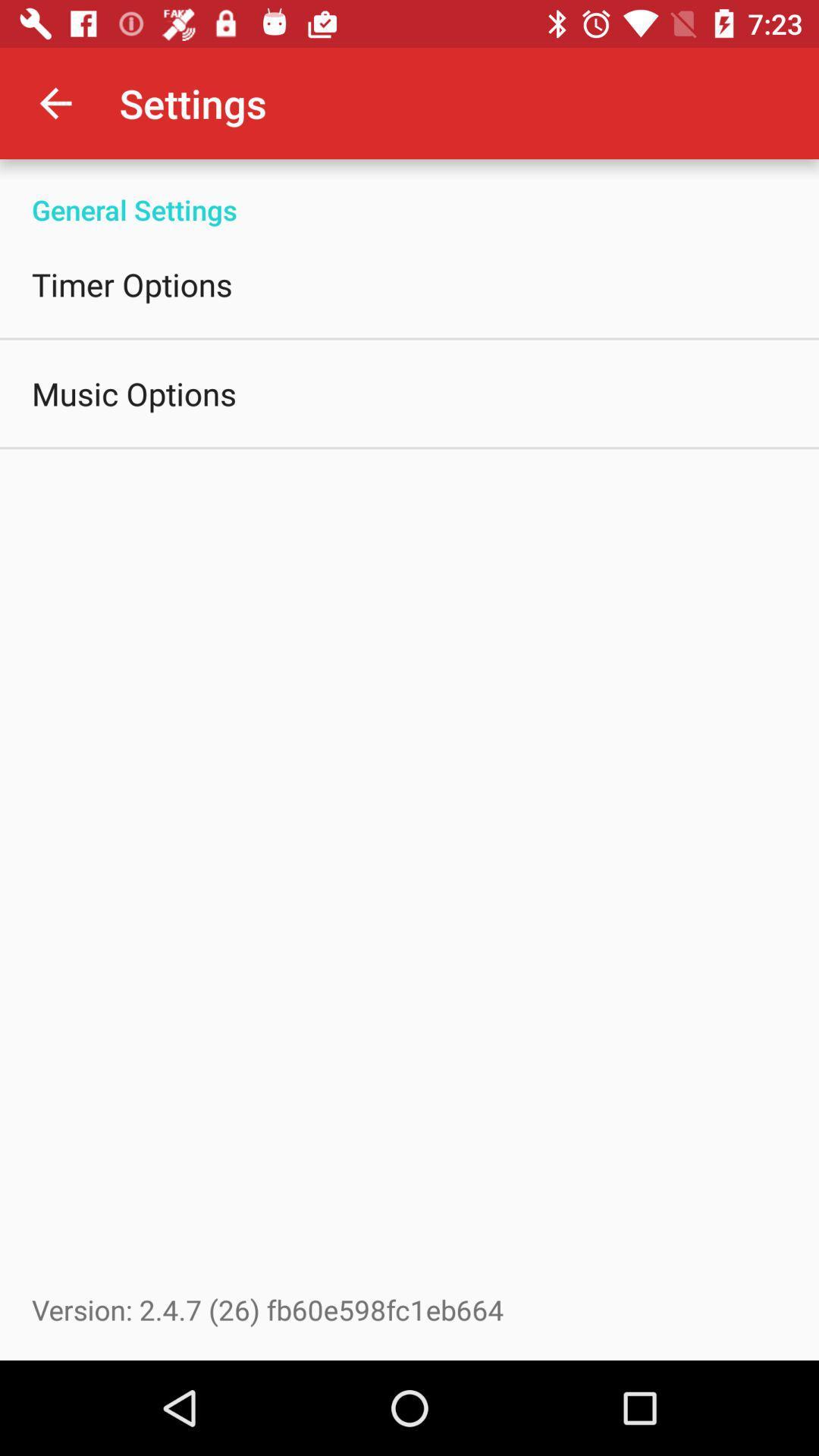 The width and height of the screenshot is (819, 1456). Describe the element at coordinates (133, 393) in the screenshot. I see `the item below timer options icon` at that location.